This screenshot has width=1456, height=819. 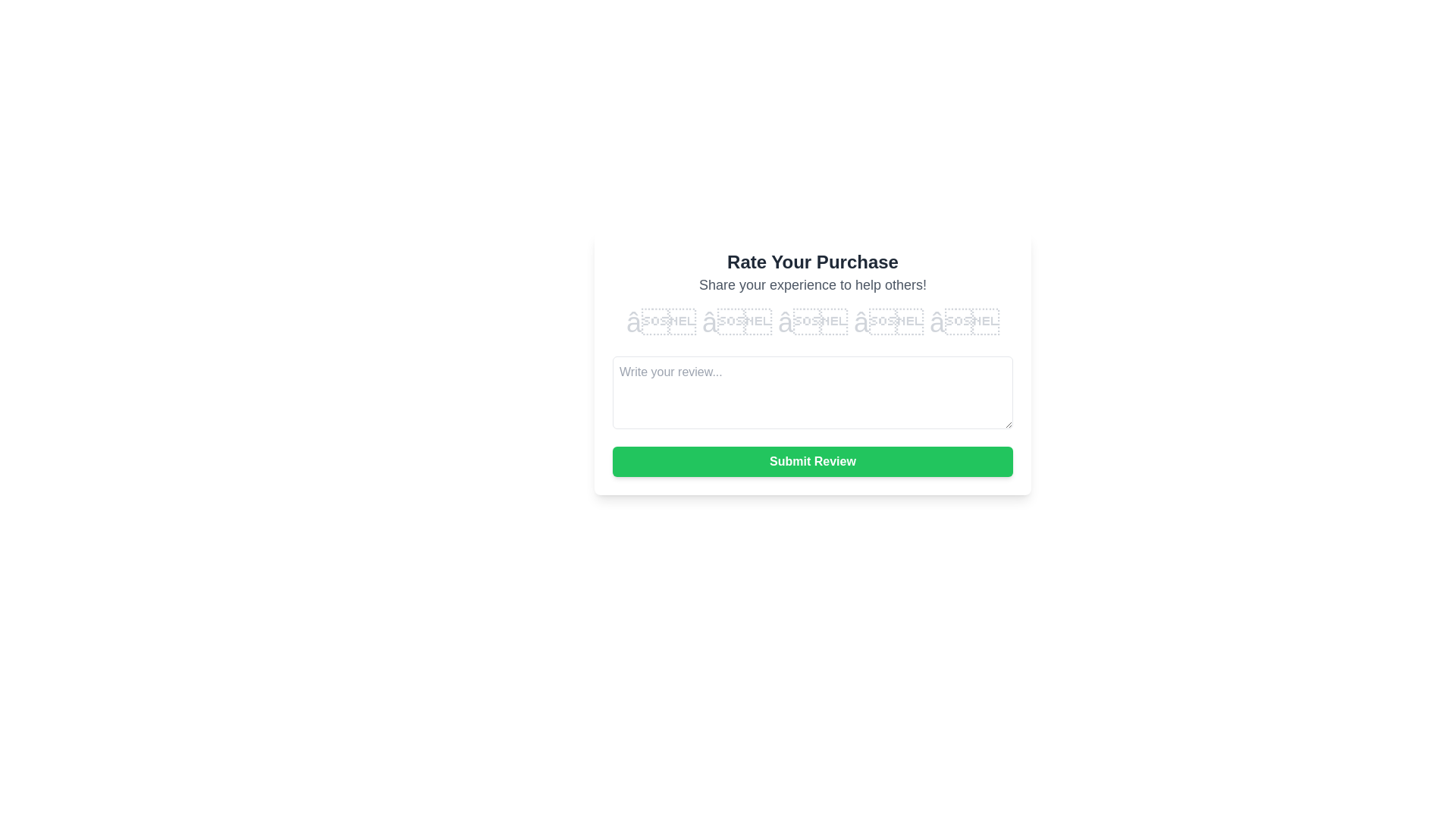 I want to click on 'Submit Review' button to submit the review, so click(x=811, y=461).